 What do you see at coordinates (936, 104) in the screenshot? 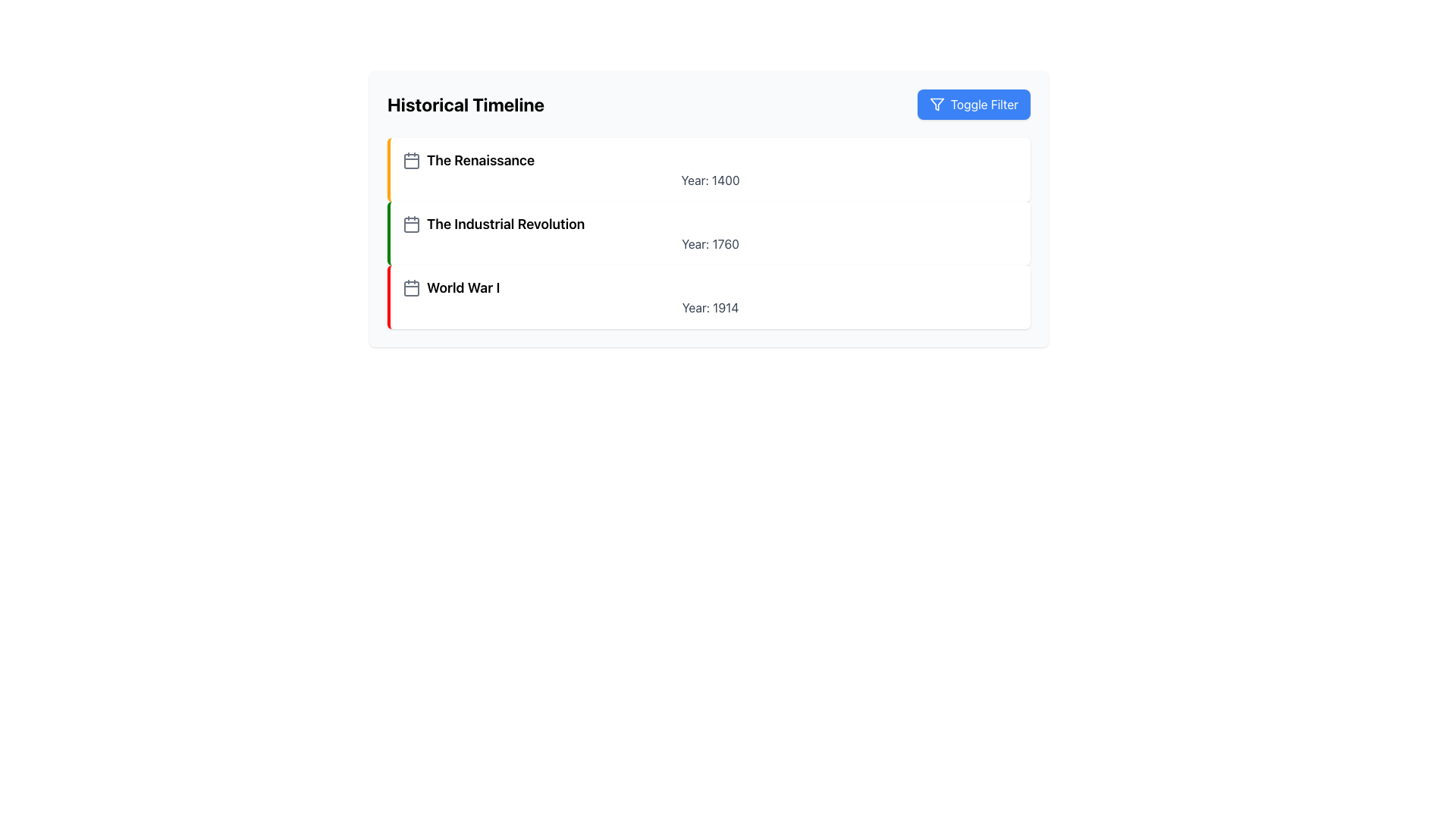
I see `the funnel-shaped filter icon located inside the 'Toggle Filter' button at the top-right of the 'Historical Timeline' section for accessibility` at bounding box center [936, 104].